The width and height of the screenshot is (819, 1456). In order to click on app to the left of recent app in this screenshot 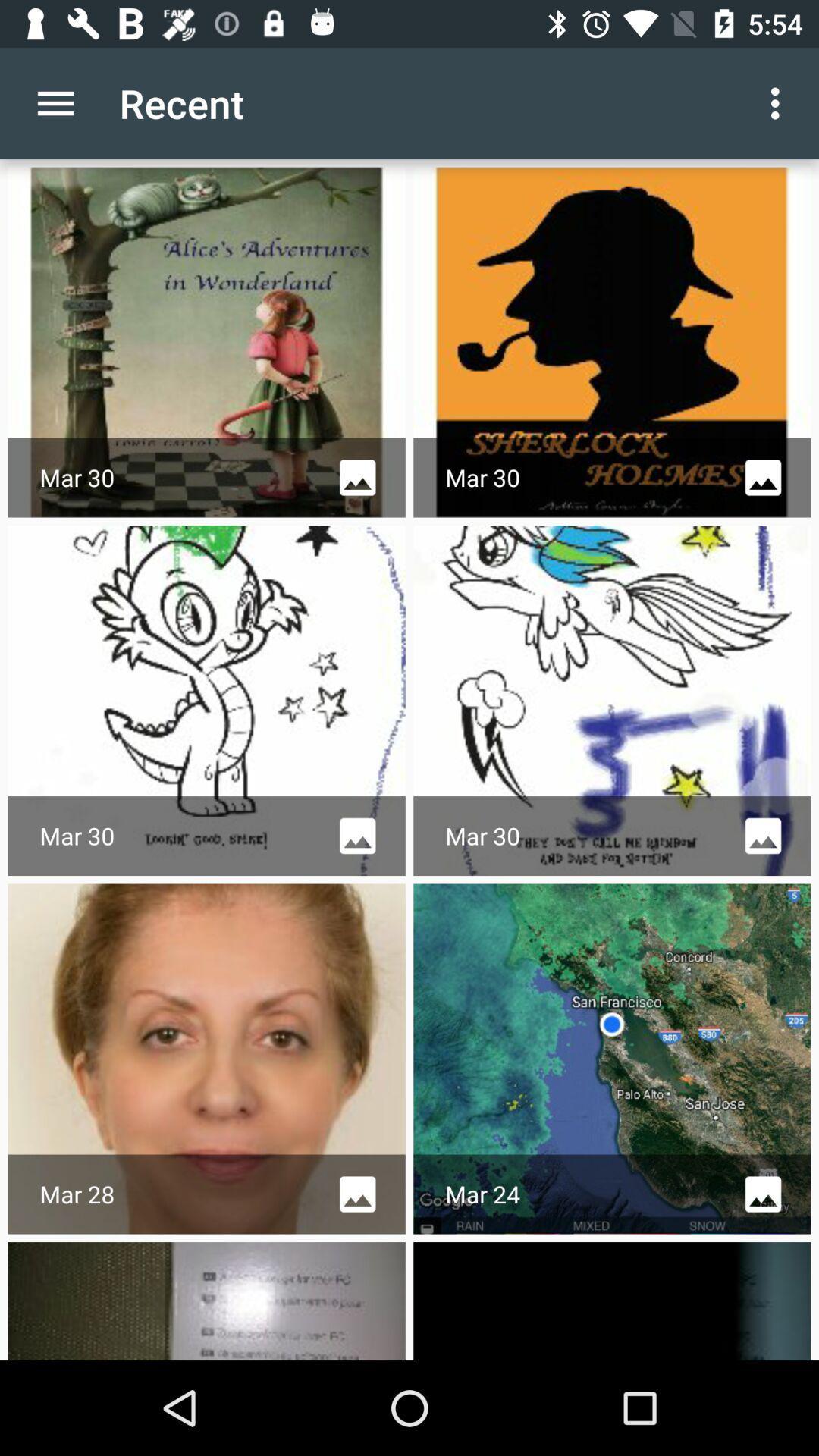, I will do `click(55, 102)`.